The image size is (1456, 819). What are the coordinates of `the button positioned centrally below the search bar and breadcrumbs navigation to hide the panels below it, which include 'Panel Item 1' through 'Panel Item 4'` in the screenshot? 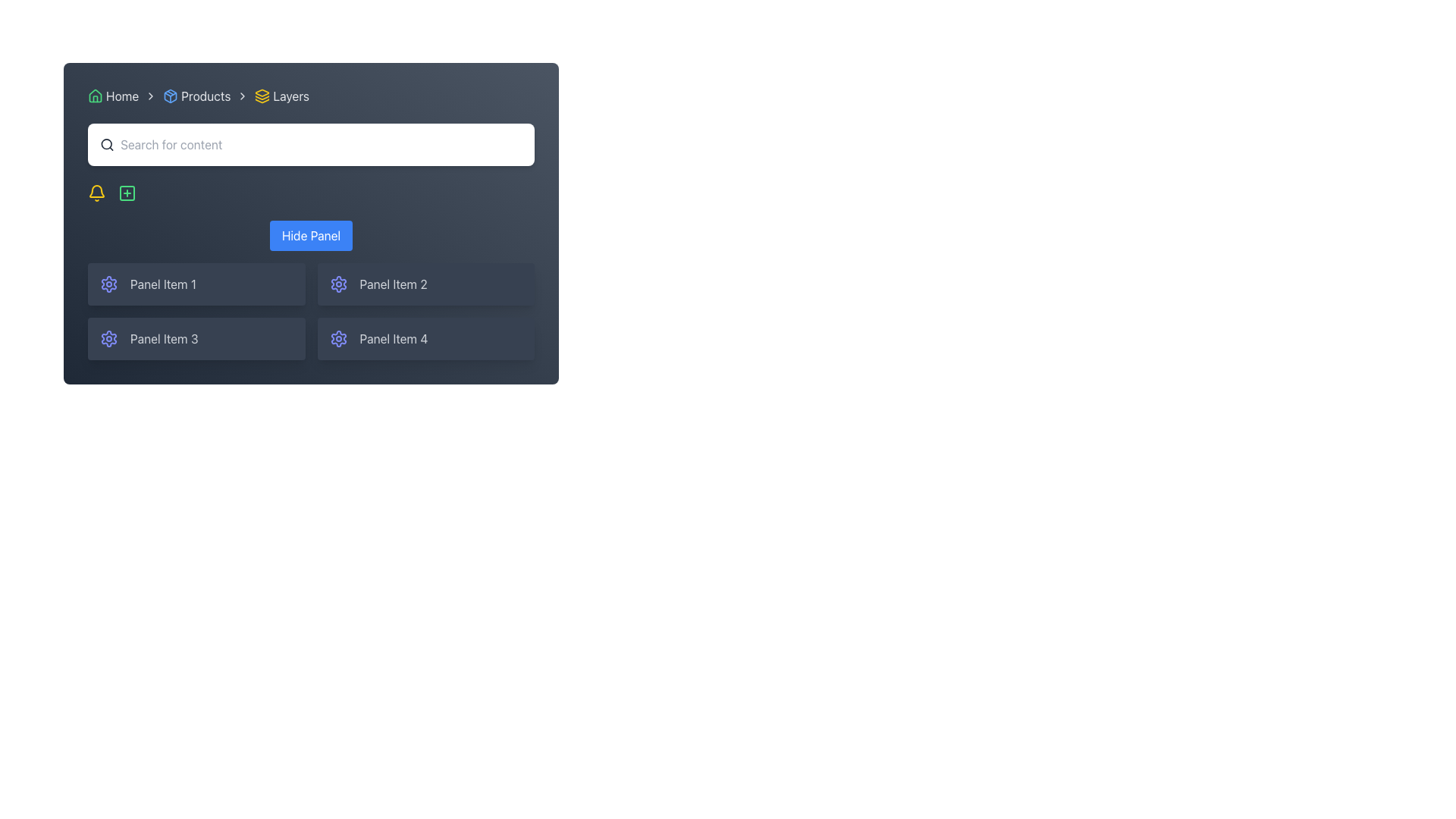 It's located at (310, 290).